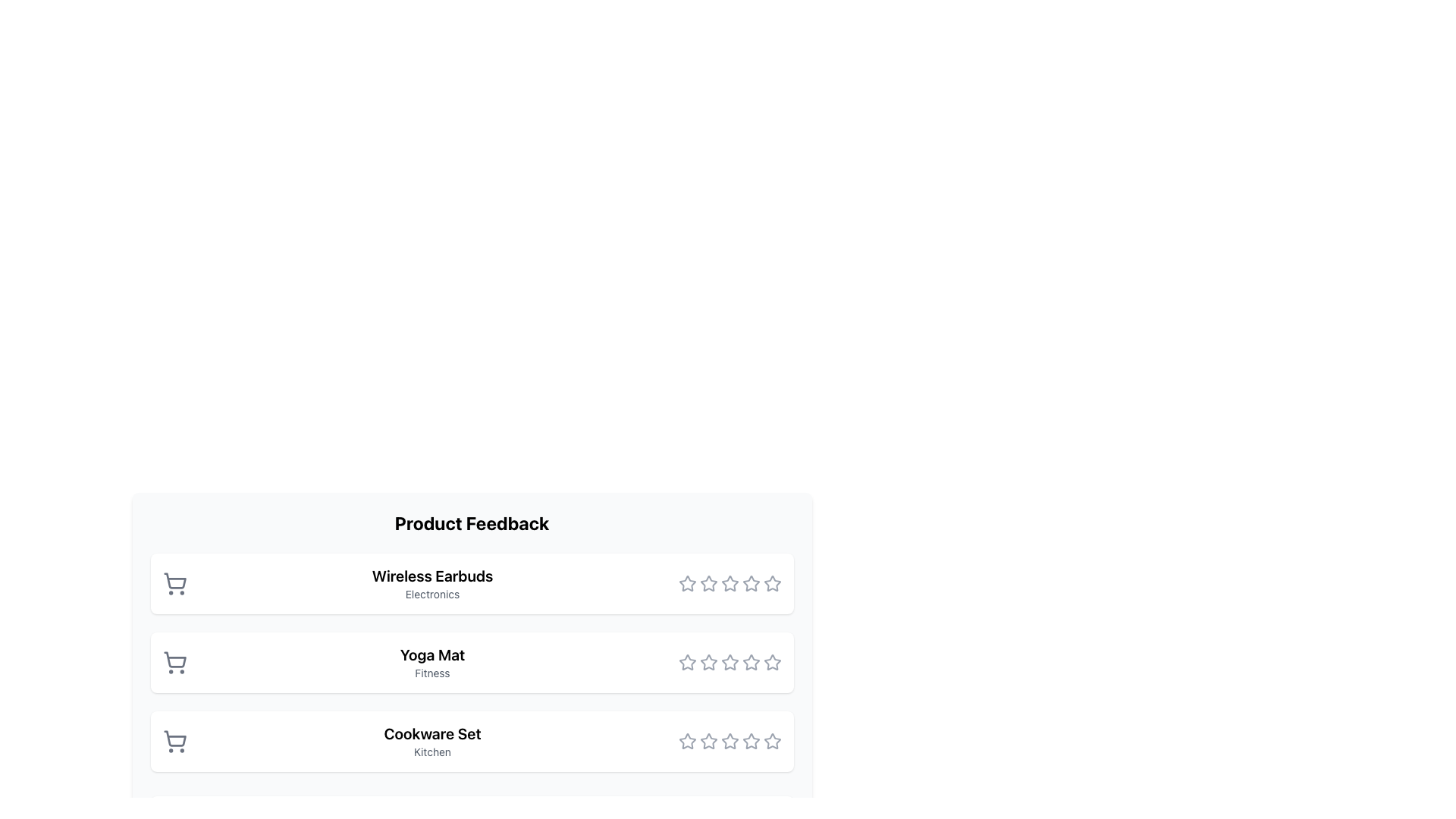 Image resolution: width=1456 pixels, height=819 pixels. I want to click on the fifth star icon in the rating component of the 'Cookware Set', so click(730, 741).